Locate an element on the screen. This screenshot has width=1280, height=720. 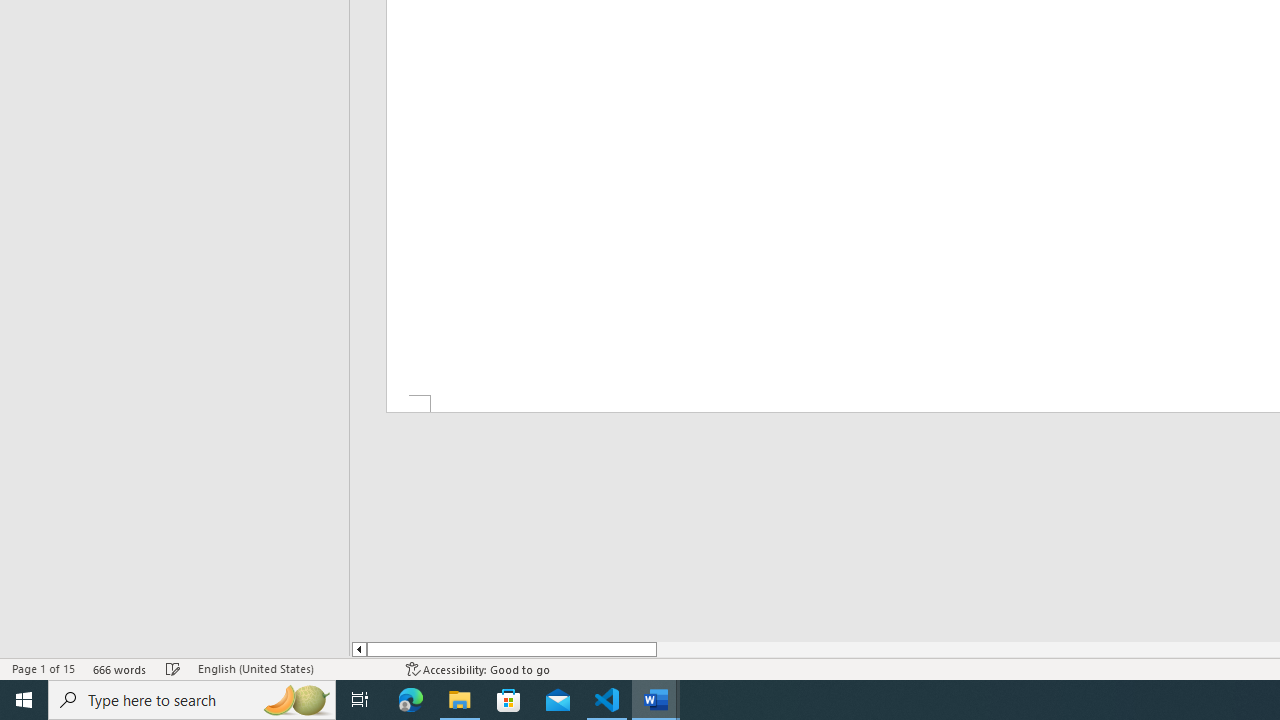
'Word Count 666 words' is located at coordinates (119, 669).